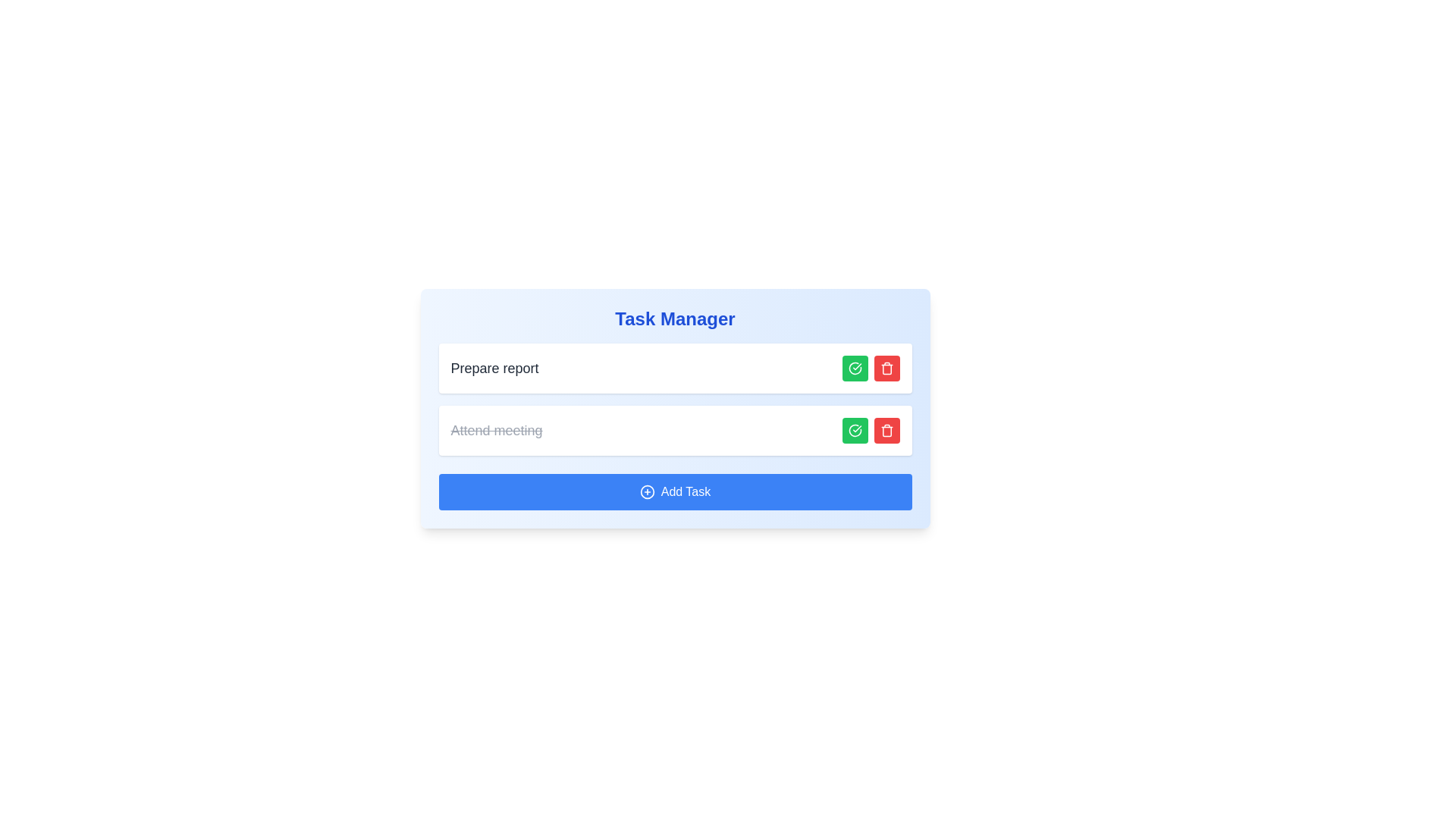 Image resolution: width=1456 pixels, height=819 pixels. What do you see at coordinates (855, 369) in the screenshot?
I see `the circular checkmark icon with a green background located on the right side of the 'Prepare report' task row` at bounding box center [855, 369].